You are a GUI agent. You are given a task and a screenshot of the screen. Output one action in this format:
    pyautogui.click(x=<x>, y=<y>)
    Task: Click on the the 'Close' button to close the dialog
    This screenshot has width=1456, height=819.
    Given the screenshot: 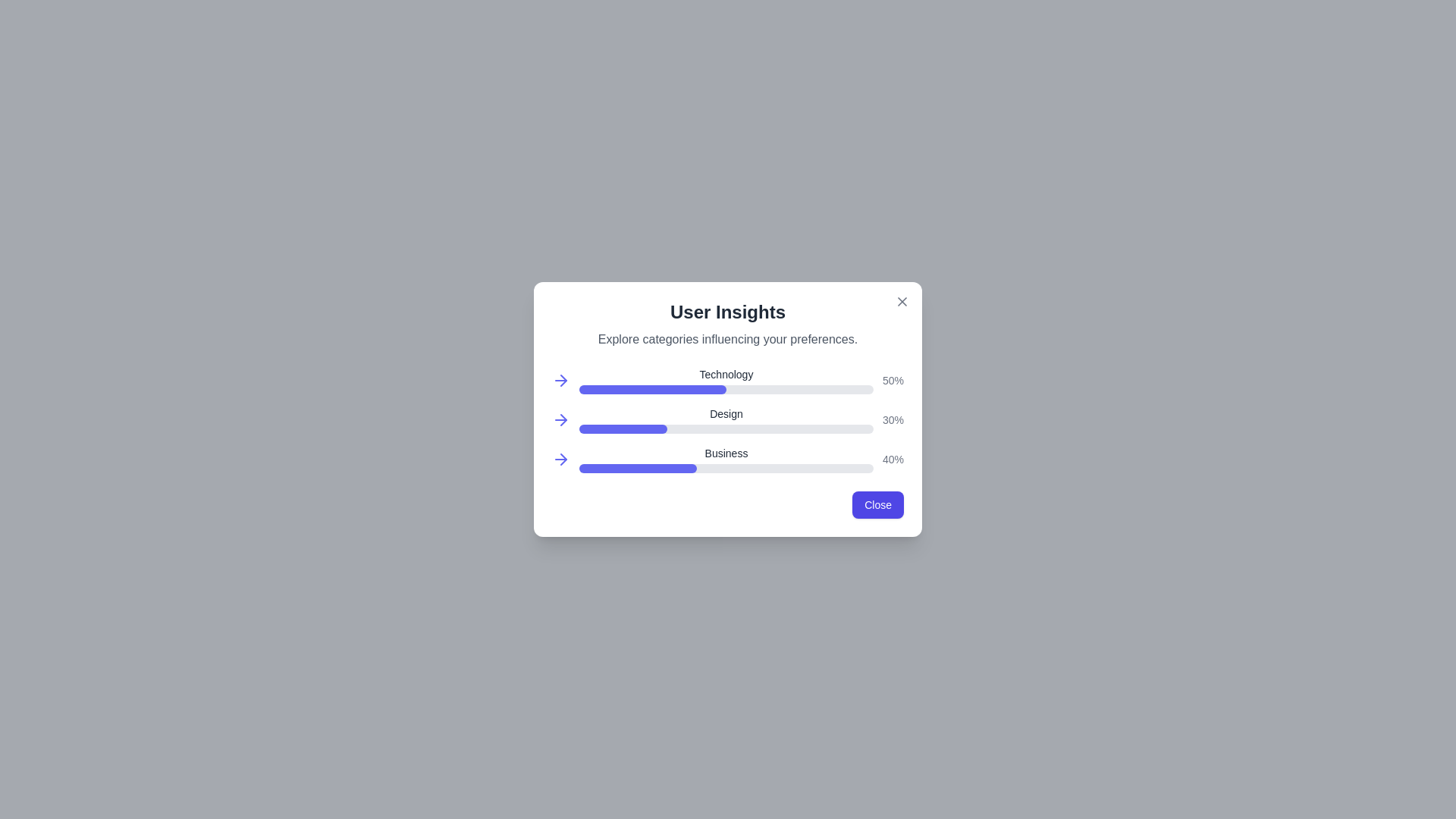 What is the action you would take?
    pyautogui.click(x=877, y=505)
    